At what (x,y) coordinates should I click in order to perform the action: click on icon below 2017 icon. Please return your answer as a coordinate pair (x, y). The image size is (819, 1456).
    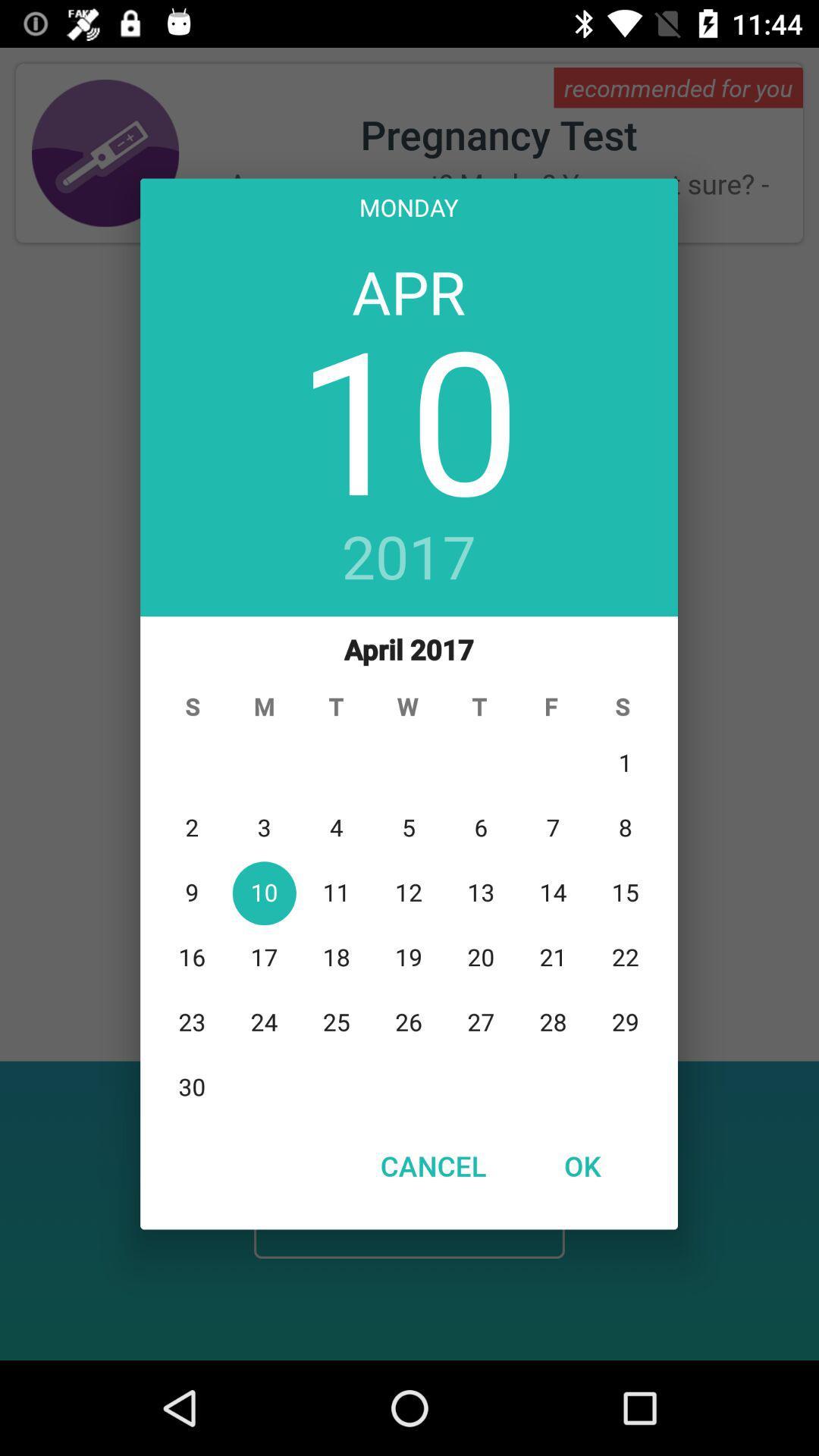
    Looking at the image, I should click on (408, 867).